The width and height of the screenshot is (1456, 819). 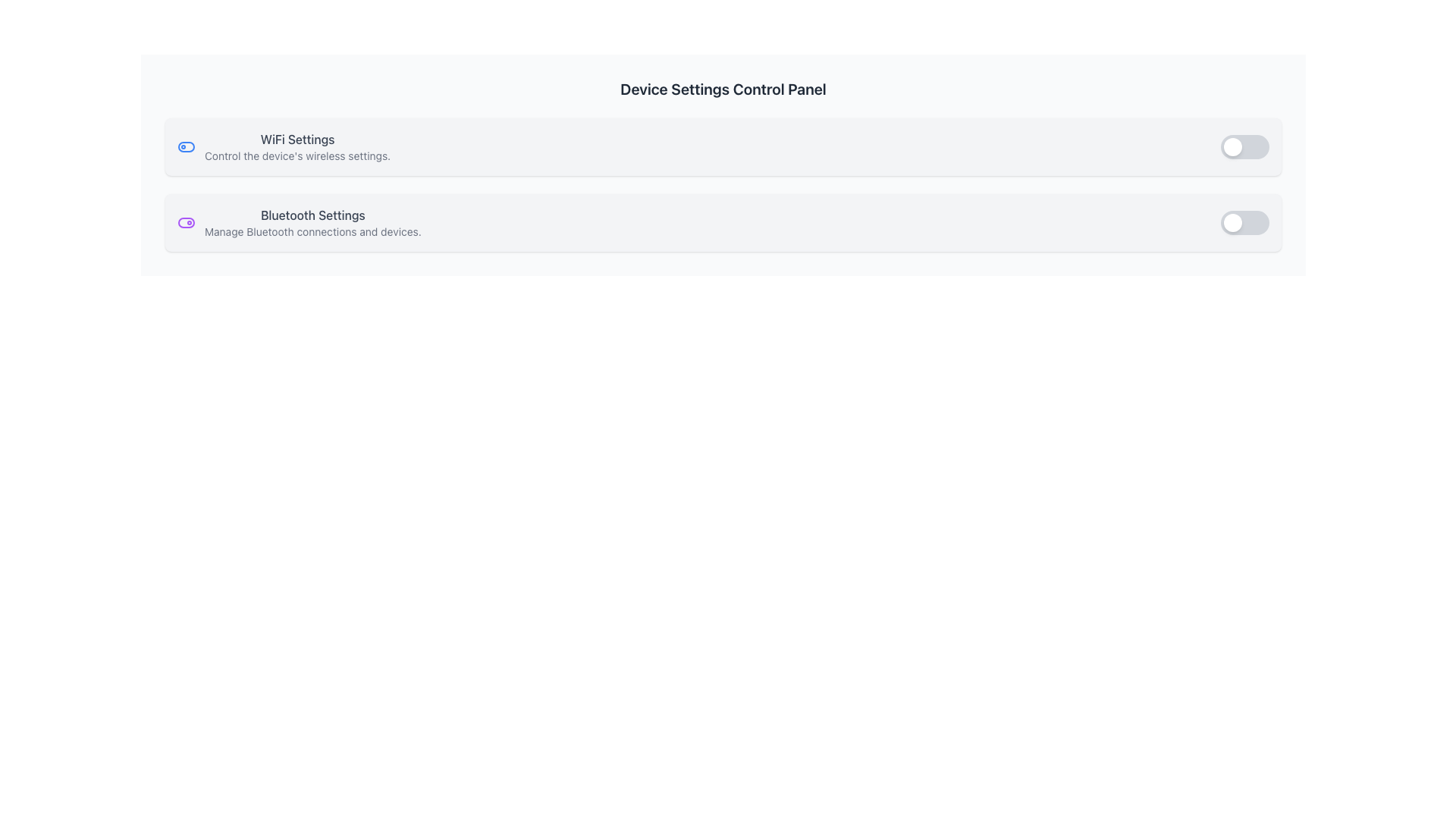 I want to click on the knob of the toggle switch located at the far right of the 'WiFi Settings' section, so click(x=1244, y=146).